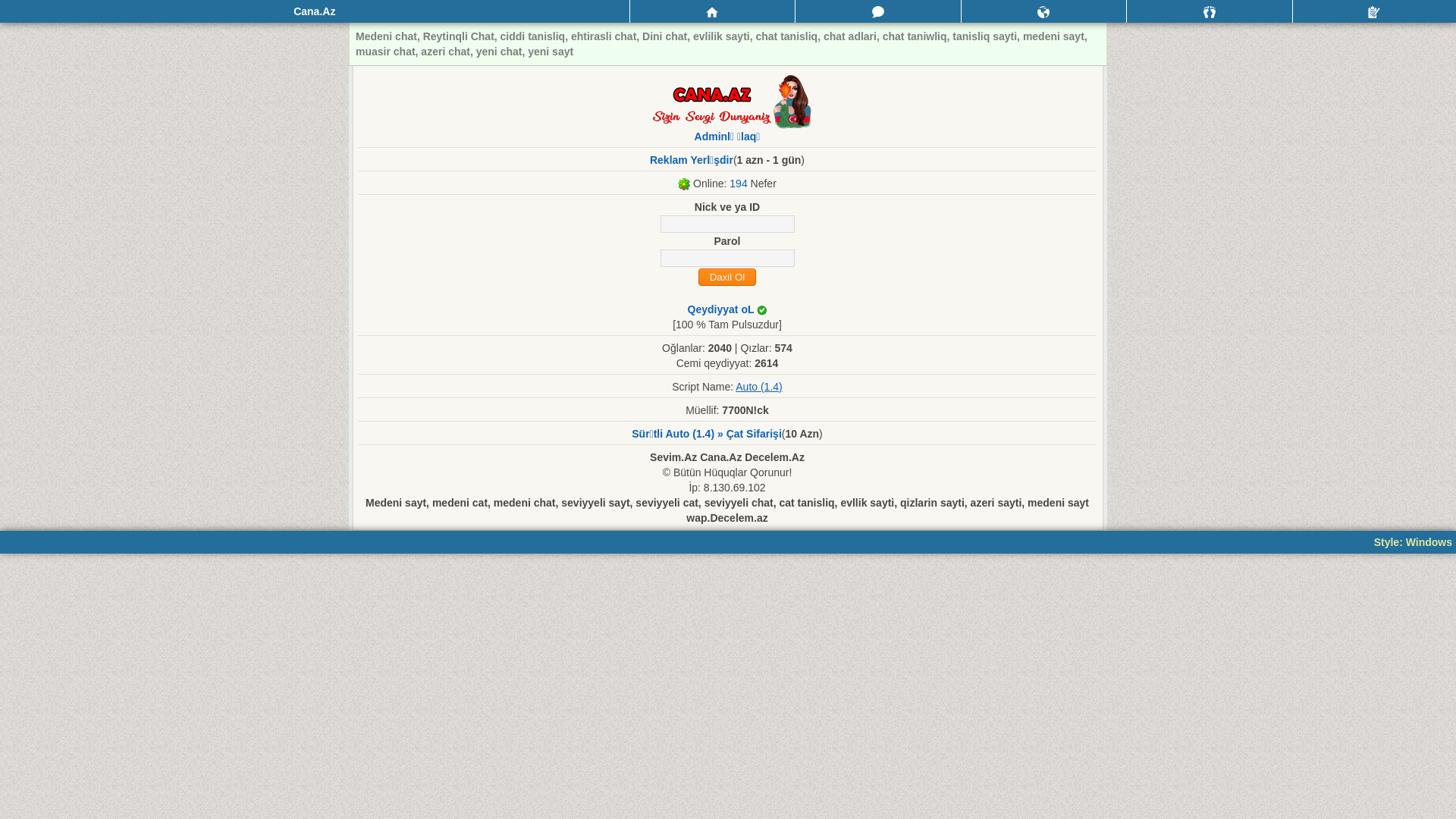  I want to click on 'Style: Windows', so click(1412, 541).